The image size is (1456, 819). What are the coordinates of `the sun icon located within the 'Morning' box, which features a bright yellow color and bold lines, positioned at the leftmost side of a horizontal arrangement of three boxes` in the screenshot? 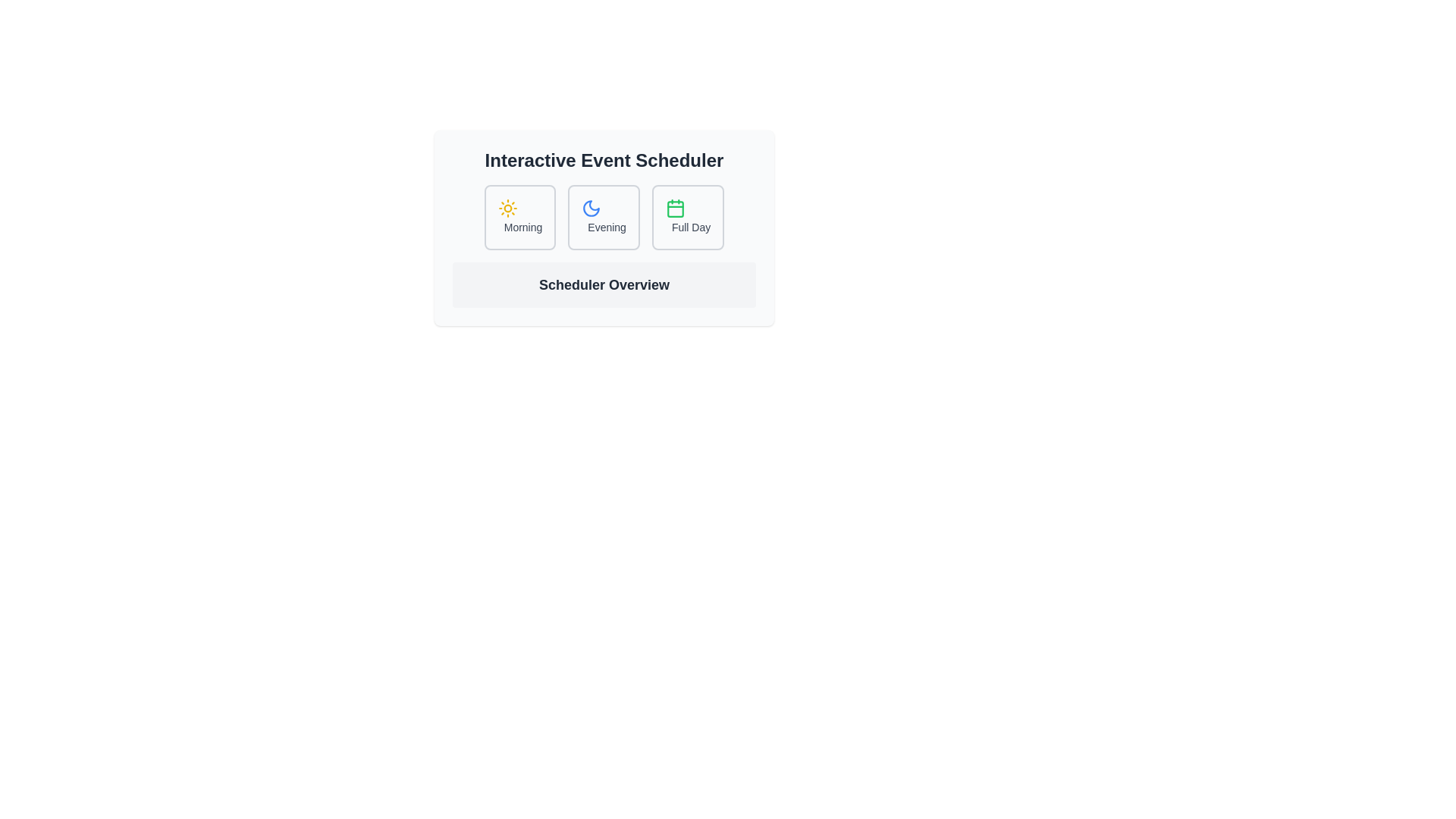 It's located at (507, 208).